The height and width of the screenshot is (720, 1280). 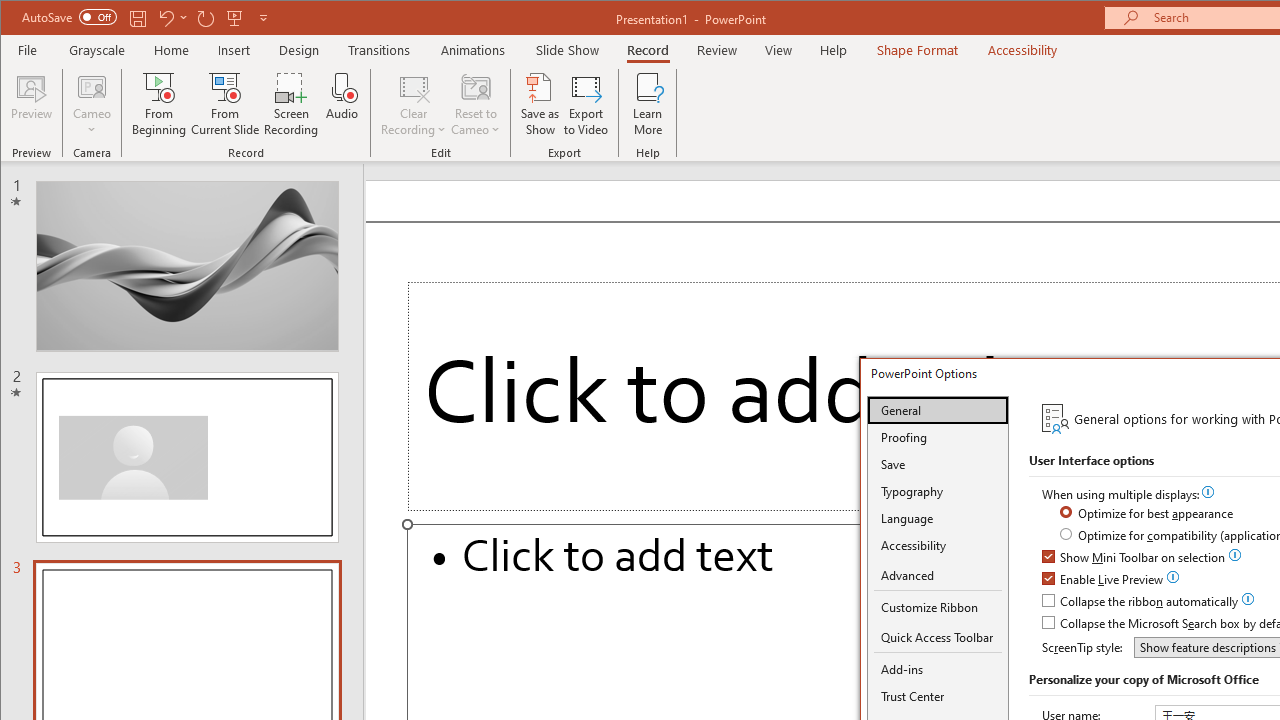 What do you see at coordinates (937, 409) in the screenshot?
I see `'General'` at bounding box center [937, 409].